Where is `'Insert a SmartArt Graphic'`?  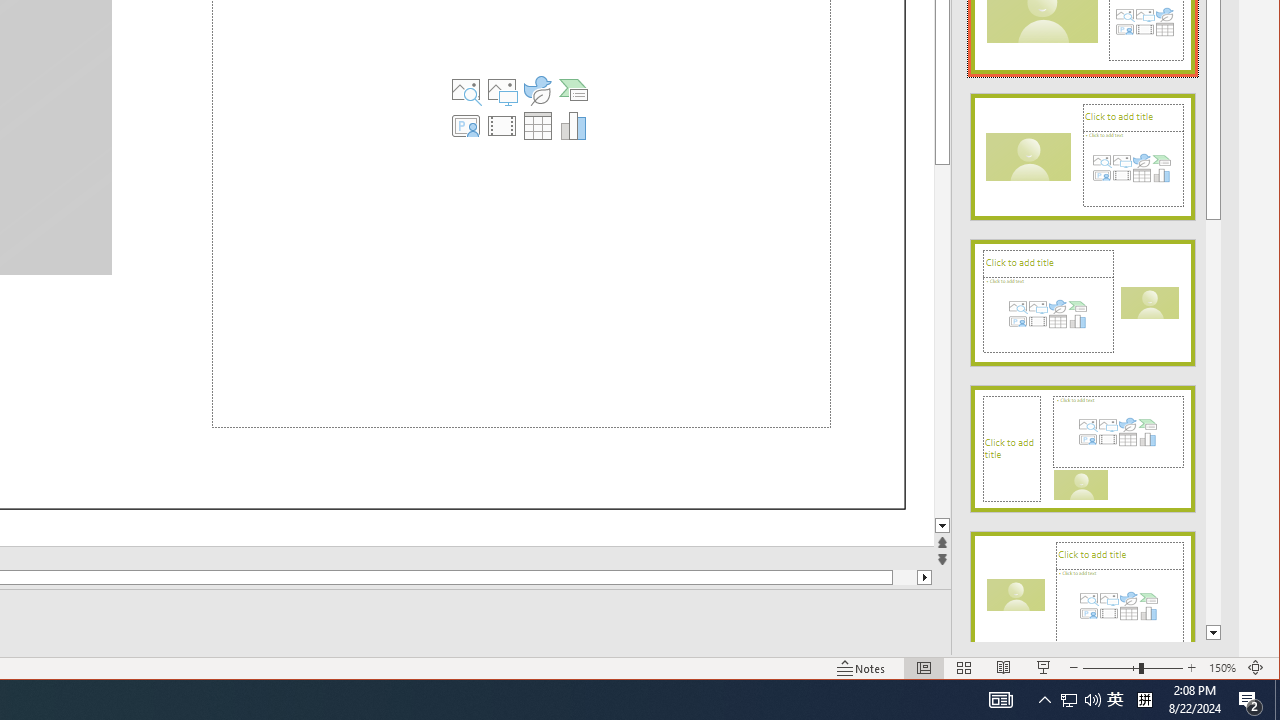
'Insert a SmartArt Graphic' is located at coordinates (573, 90).